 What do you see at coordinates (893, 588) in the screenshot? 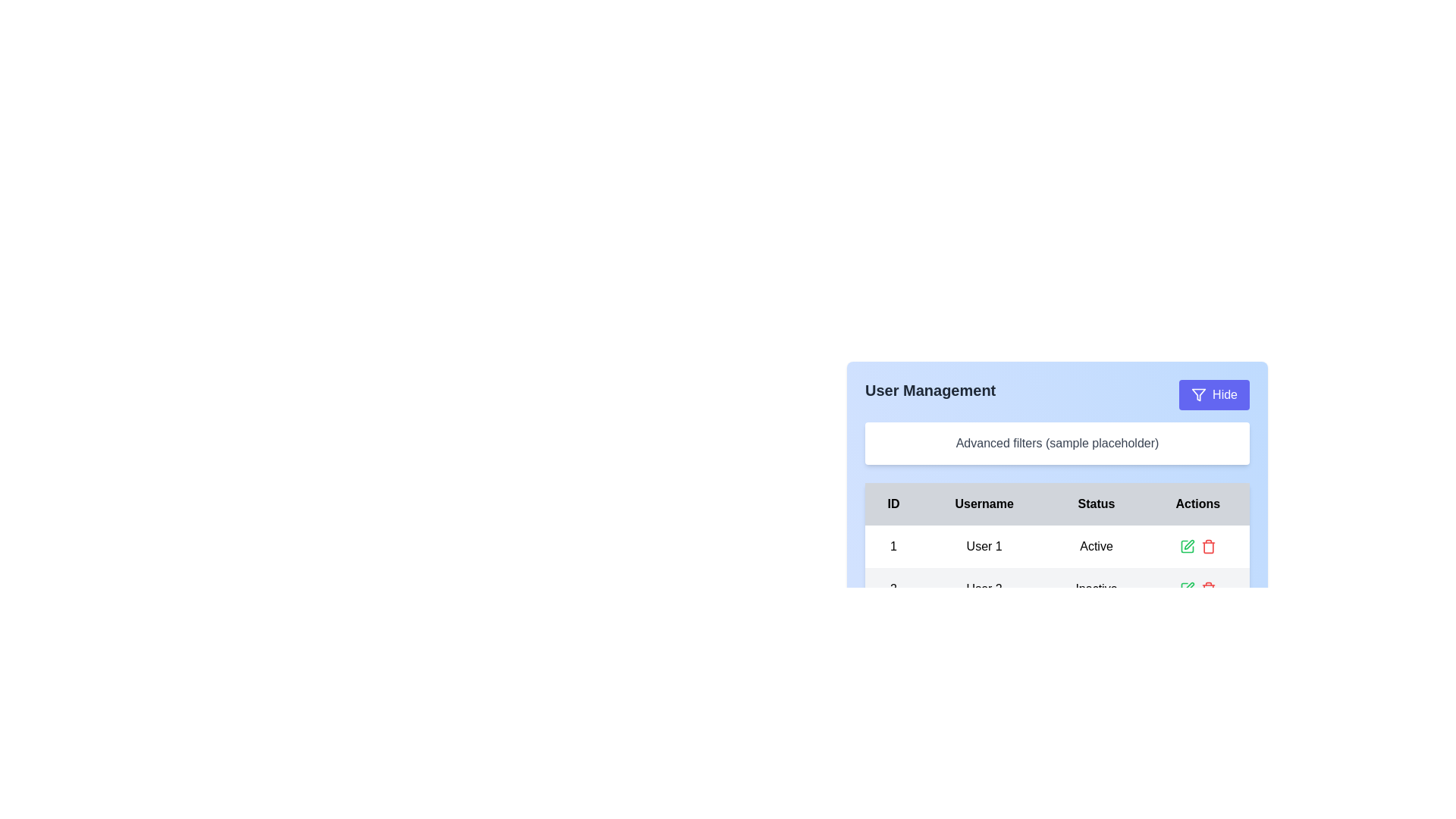
I see `the text field displaying the number '2' in the second row of the 'ID' column within the user management table` at bounding box center [893, 588].